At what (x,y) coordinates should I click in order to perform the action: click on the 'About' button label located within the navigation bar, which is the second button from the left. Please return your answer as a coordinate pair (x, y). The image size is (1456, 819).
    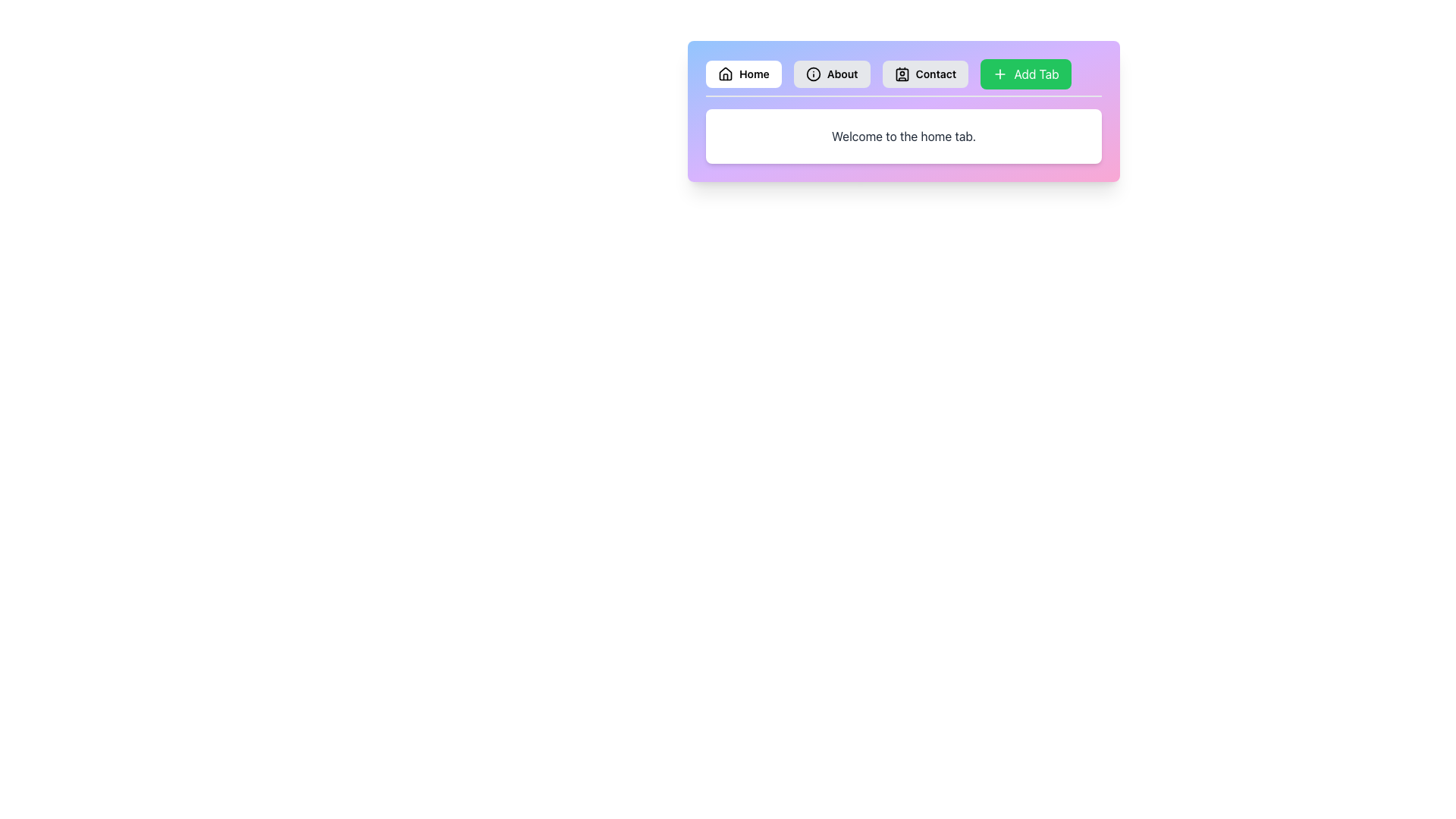
    Looking at the image, I should click on (842, 74).